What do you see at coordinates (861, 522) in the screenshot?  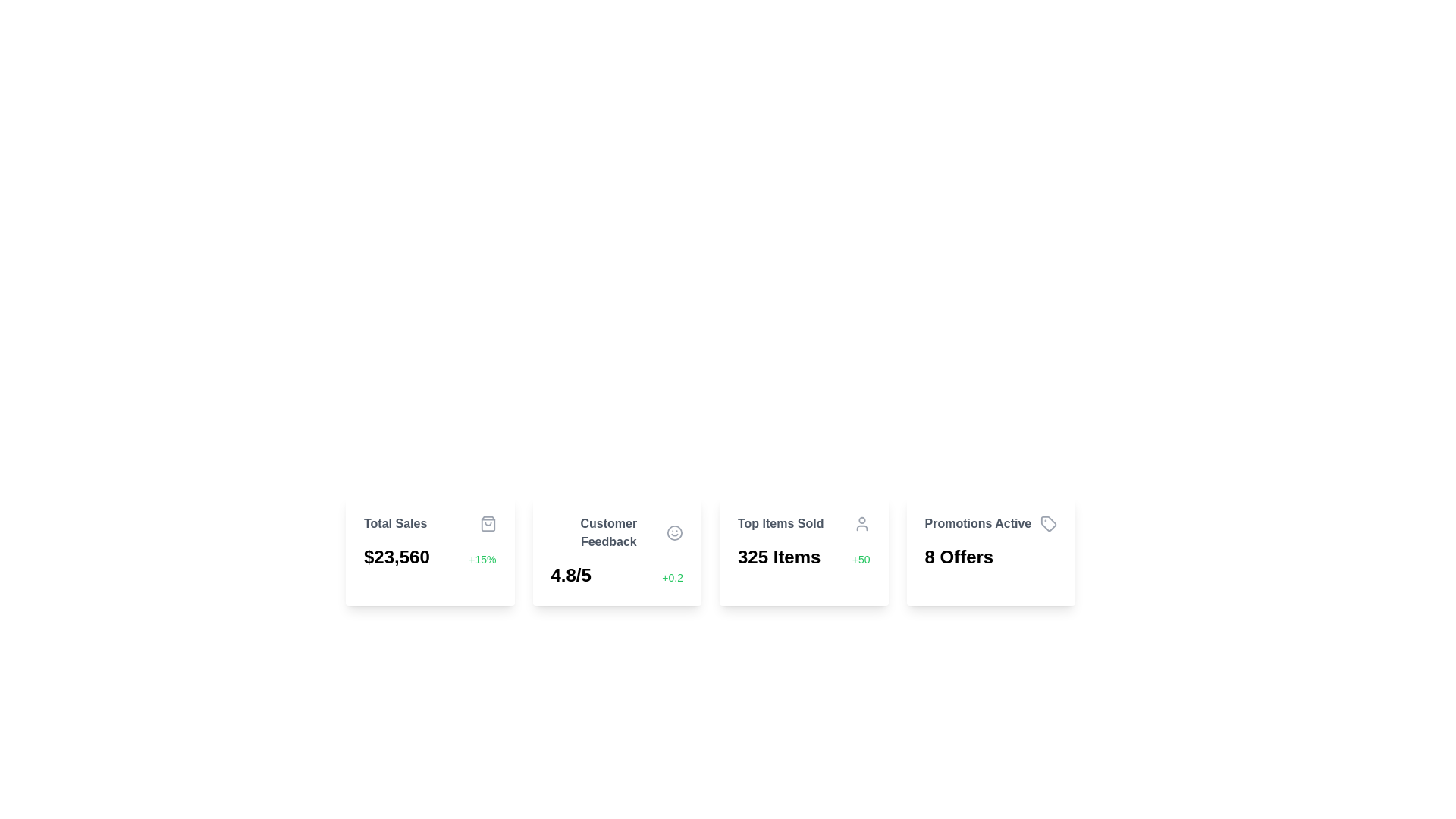 I see `the user profile icon, which is a minimalistic outline design located to the right side of the section header 'Top Items Sold'` at bounding box center [861, 522].